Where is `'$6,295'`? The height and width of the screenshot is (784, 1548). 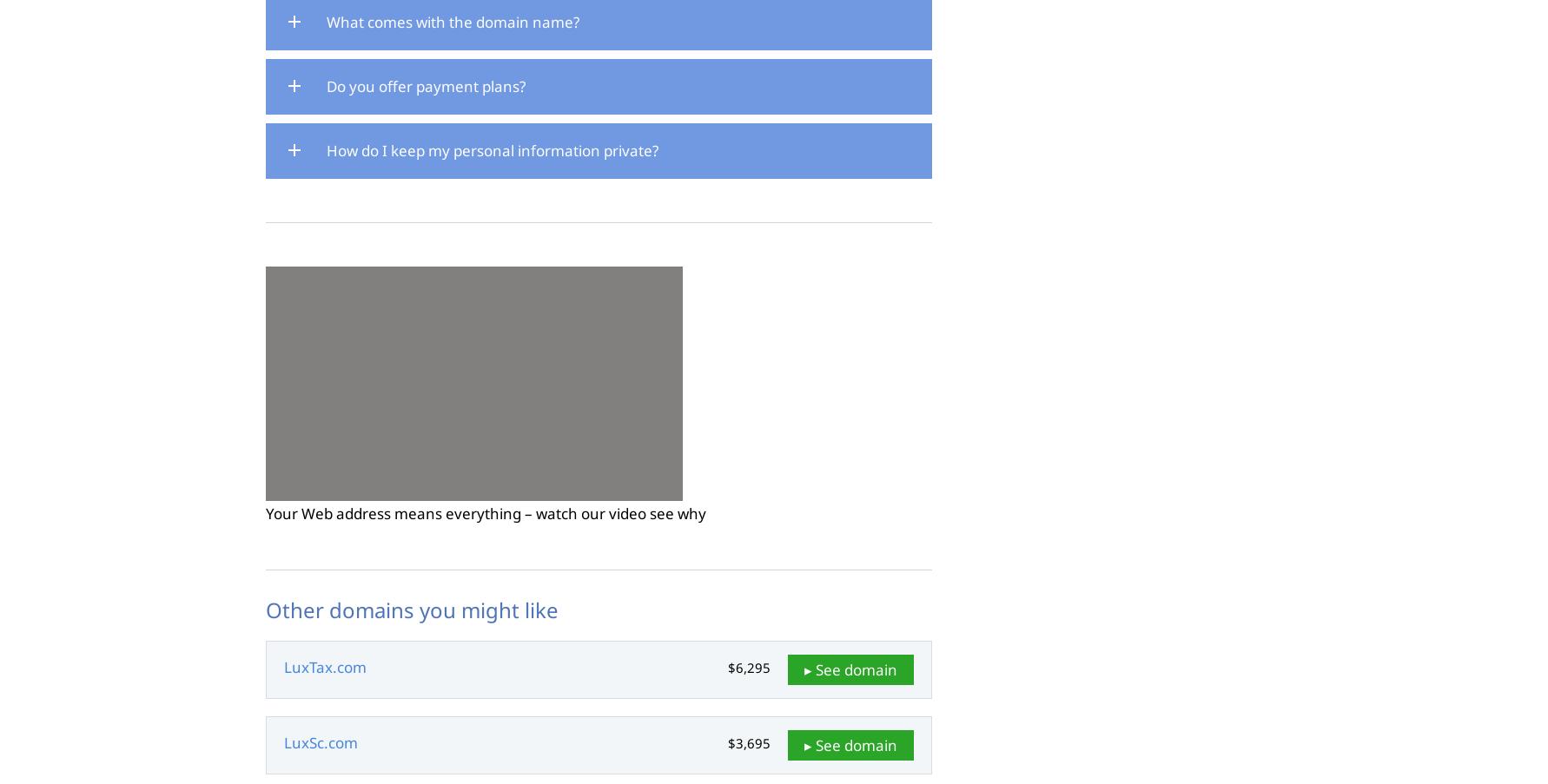 '$6,295' is located at coordinates (748, 667).